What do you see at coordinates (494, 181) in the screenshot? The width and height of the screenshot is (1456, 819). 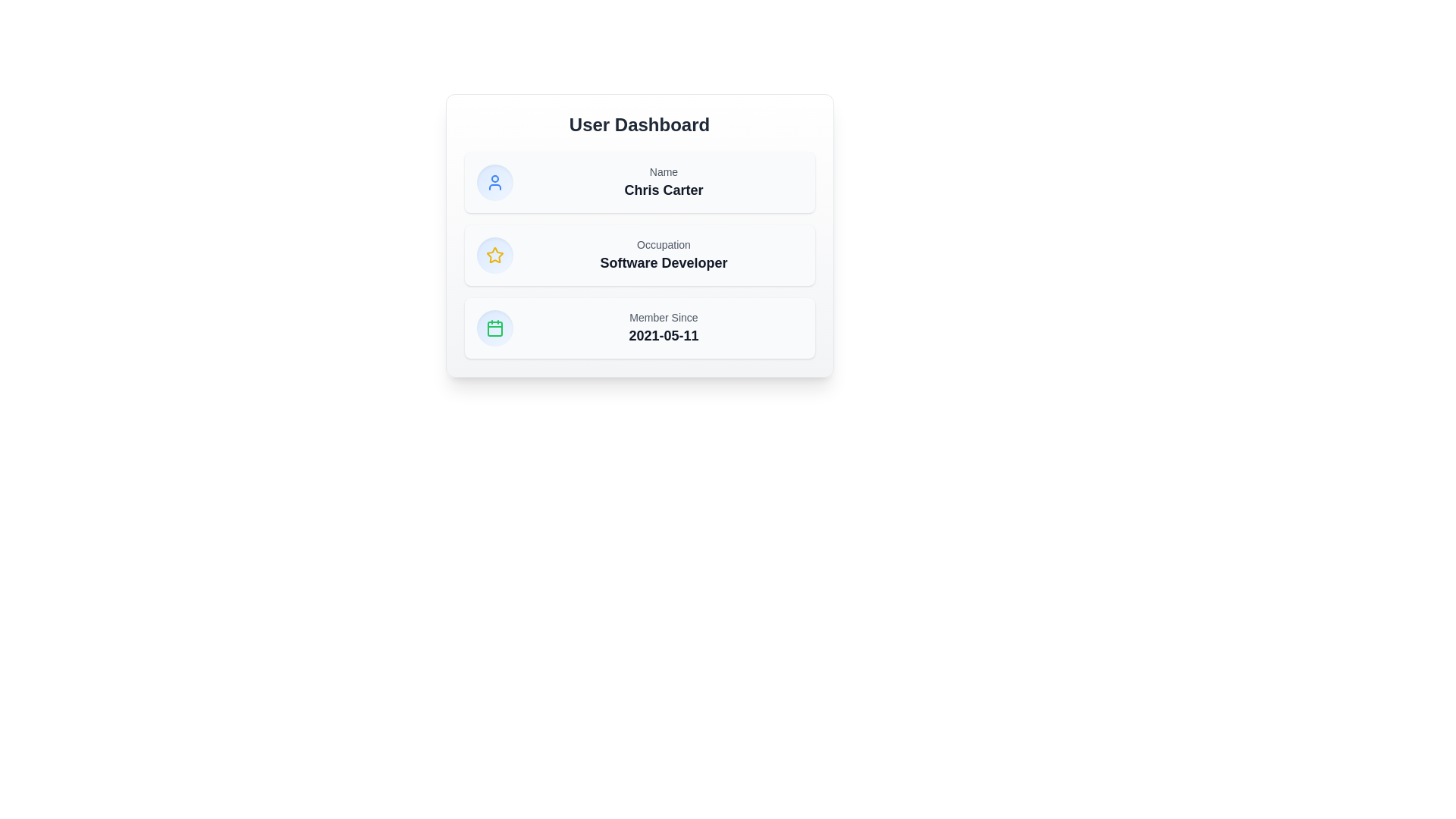 I see `the user profile icon located in the topmost row of the three sections to the left of the 'Name' label on the User Dashboard card` at bounding box center [494, 181].